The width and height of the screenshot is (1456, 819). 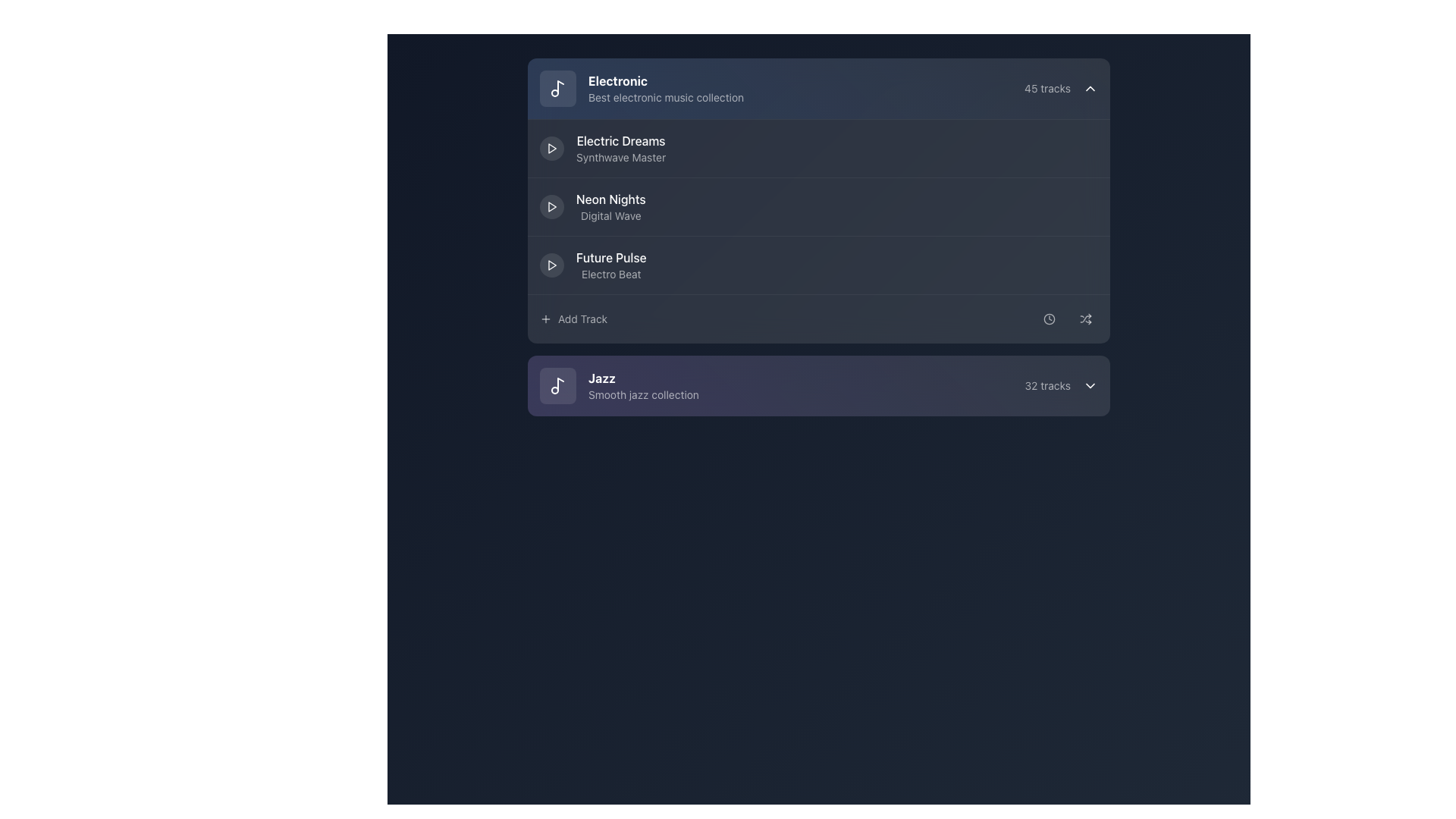 I want to click on the circular play button with a faint white triangle icon to play the track 'Future Pulse' from the 'Electronic' music collection, so click(x=551, y=265).